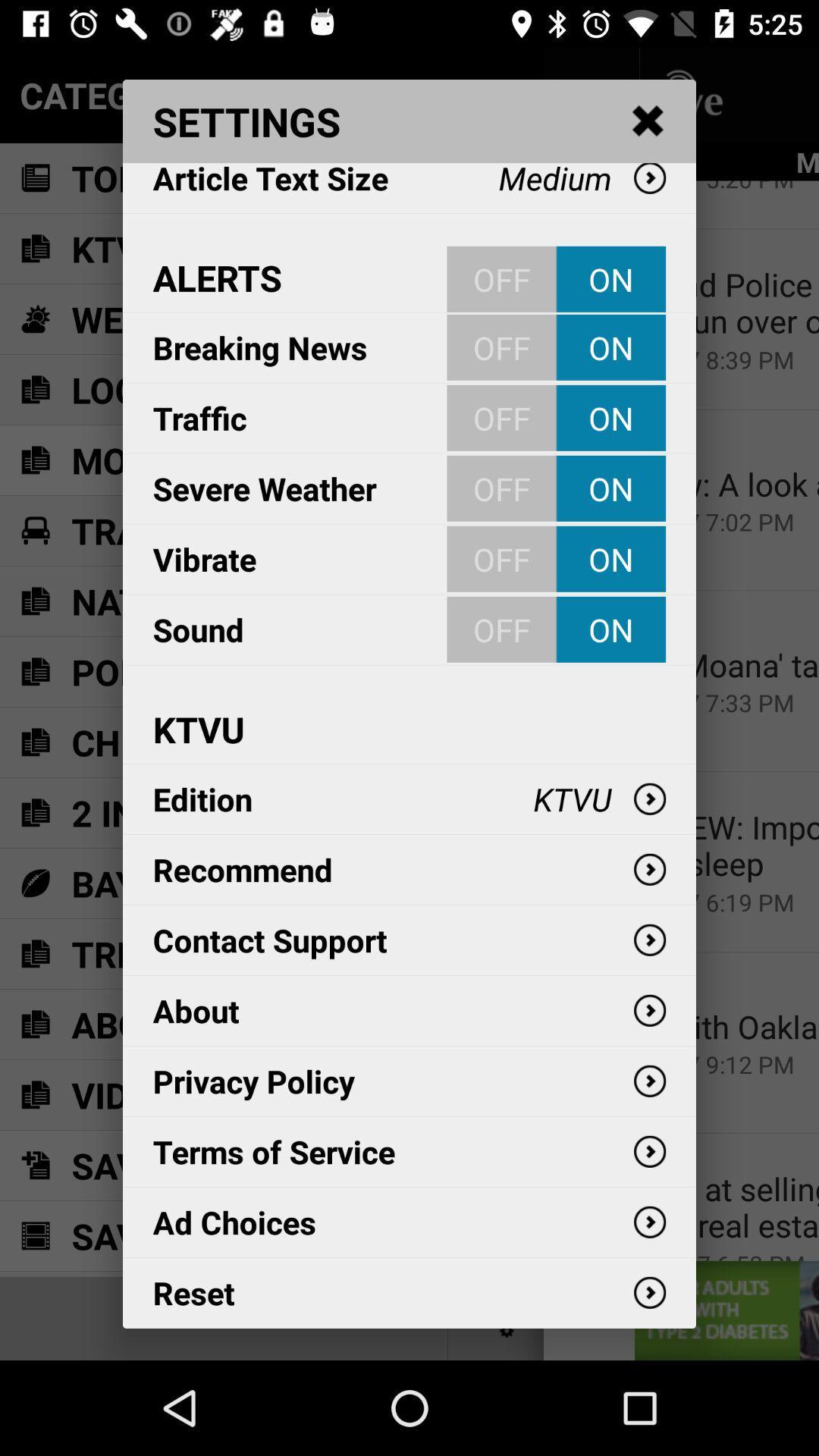  What do you see at coordinates (648, 121) in the screenshot?
I see `close` at bounding box center [648, 121].